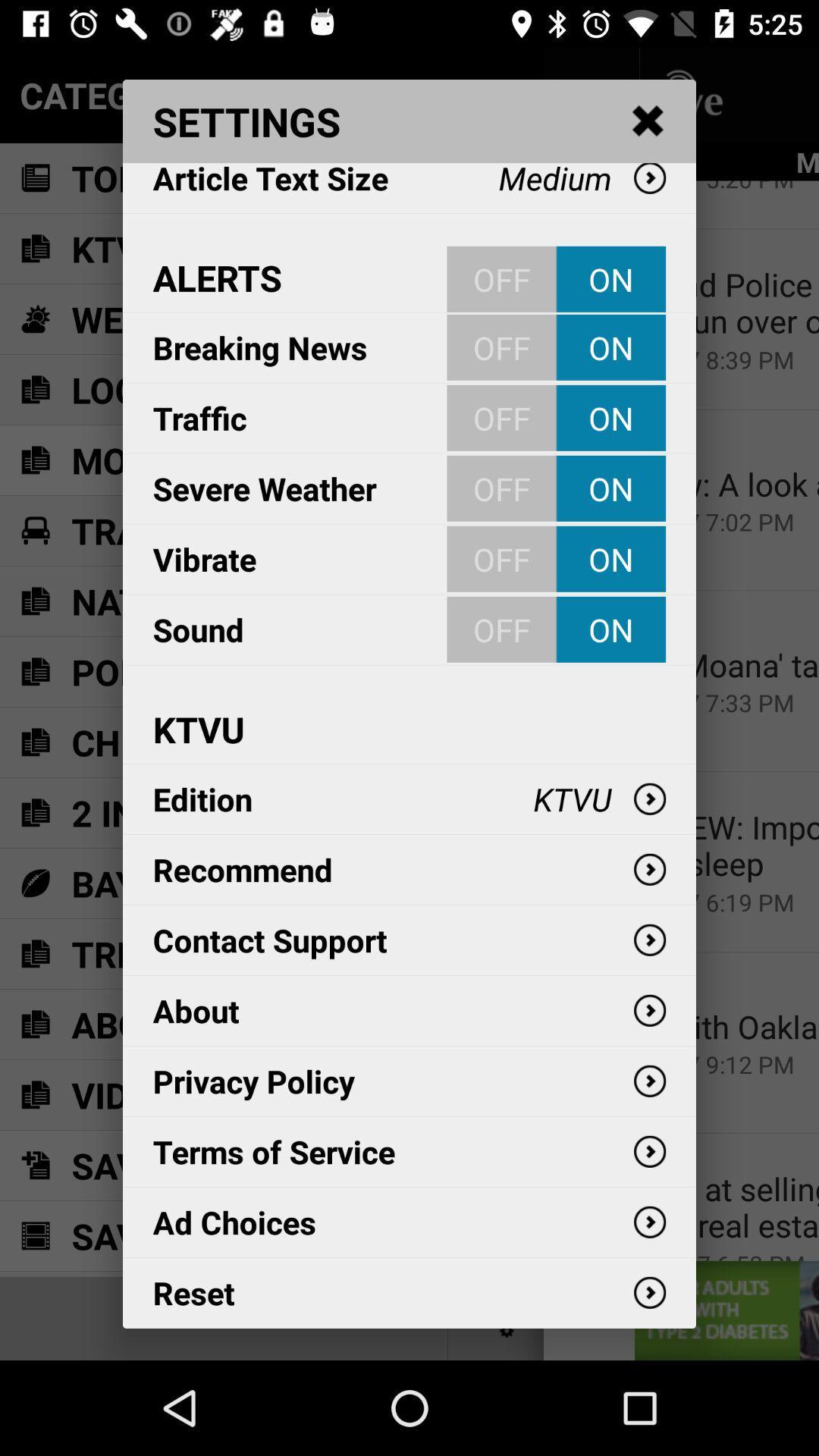  What do you see at coordinates (648, 121) in the screenshot?
I see `close` at bounding box center [648, 121].